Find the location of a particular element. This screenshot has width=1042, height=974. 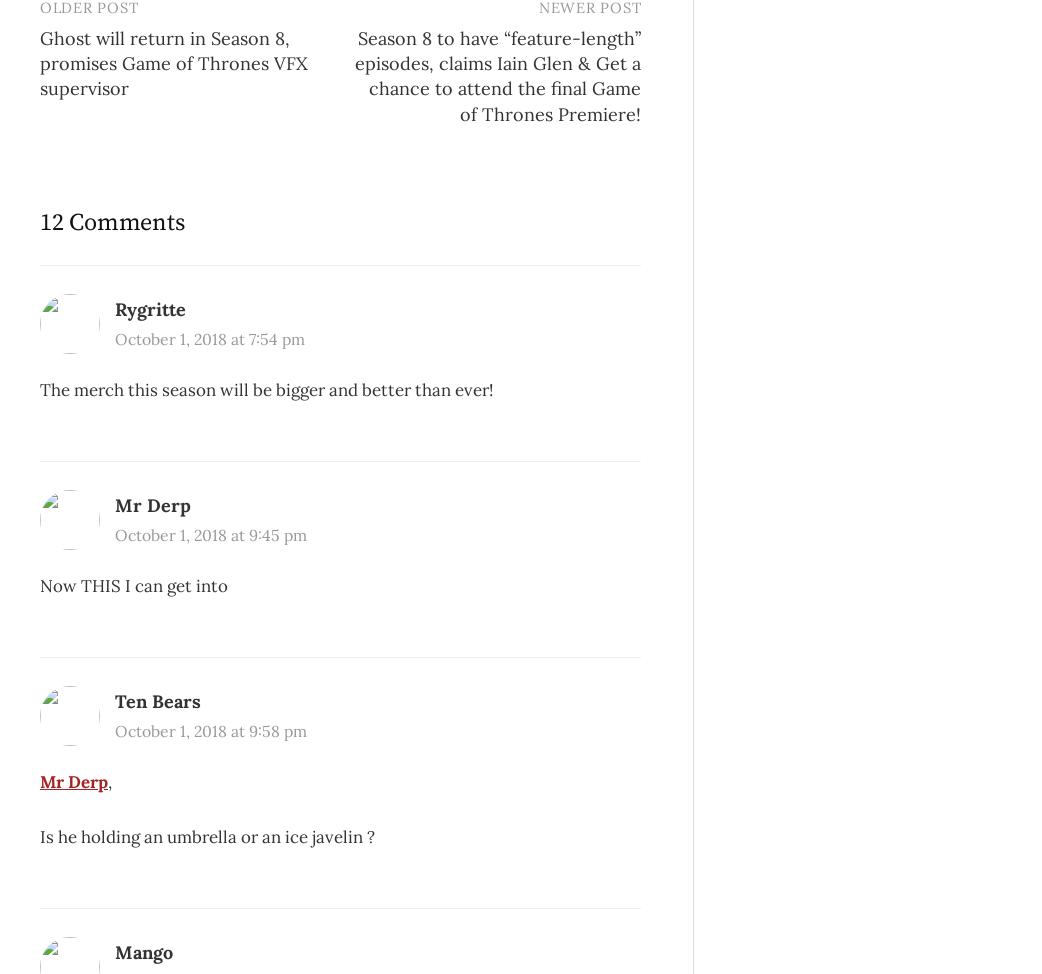

'October 1, 2018 at 7:54 pm' is located at coordinates (208, 338).